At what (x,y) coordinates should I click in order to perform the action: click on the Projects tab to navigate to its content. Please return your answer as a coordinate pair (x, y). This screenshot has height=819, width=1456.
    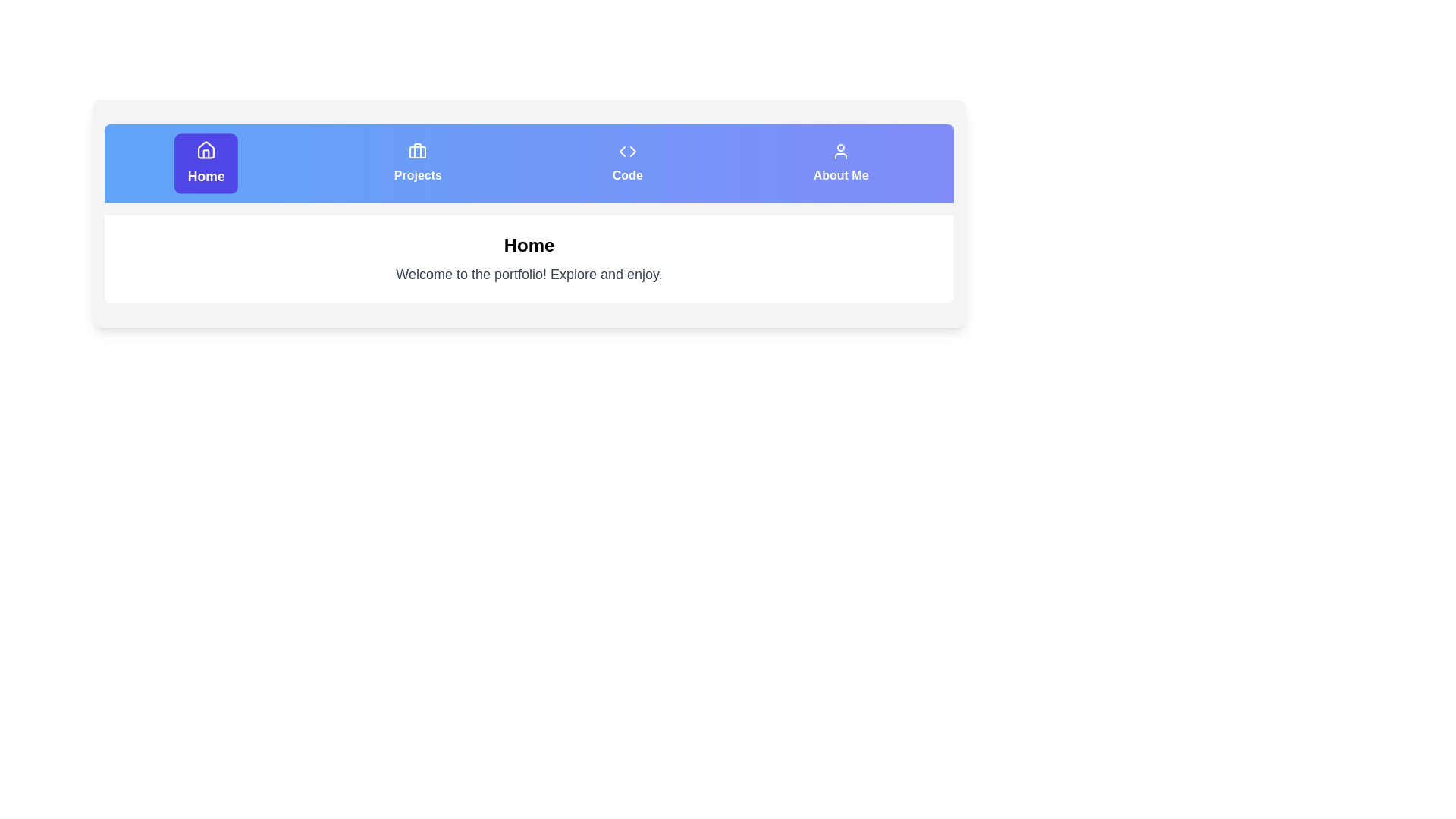
    Looking at the image, I should click on (418, 164).